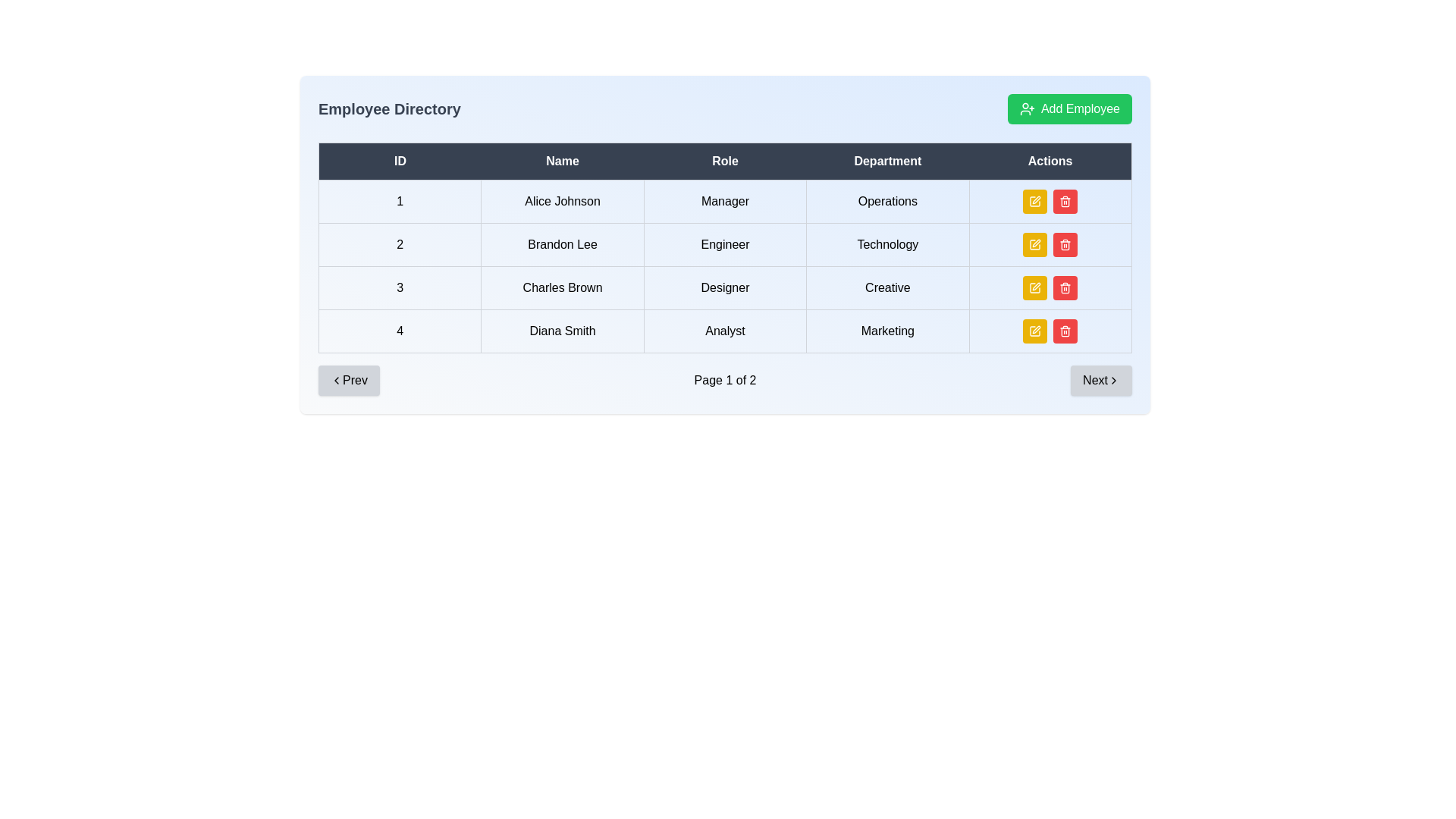  Describe the element at coordinates (1065, 289) in the screenshot. I see `the trash can icon in the 'Actions' column of the fourth row in the 'Employee Directory' table to initiate the delete action for the associated employee record` at that location.